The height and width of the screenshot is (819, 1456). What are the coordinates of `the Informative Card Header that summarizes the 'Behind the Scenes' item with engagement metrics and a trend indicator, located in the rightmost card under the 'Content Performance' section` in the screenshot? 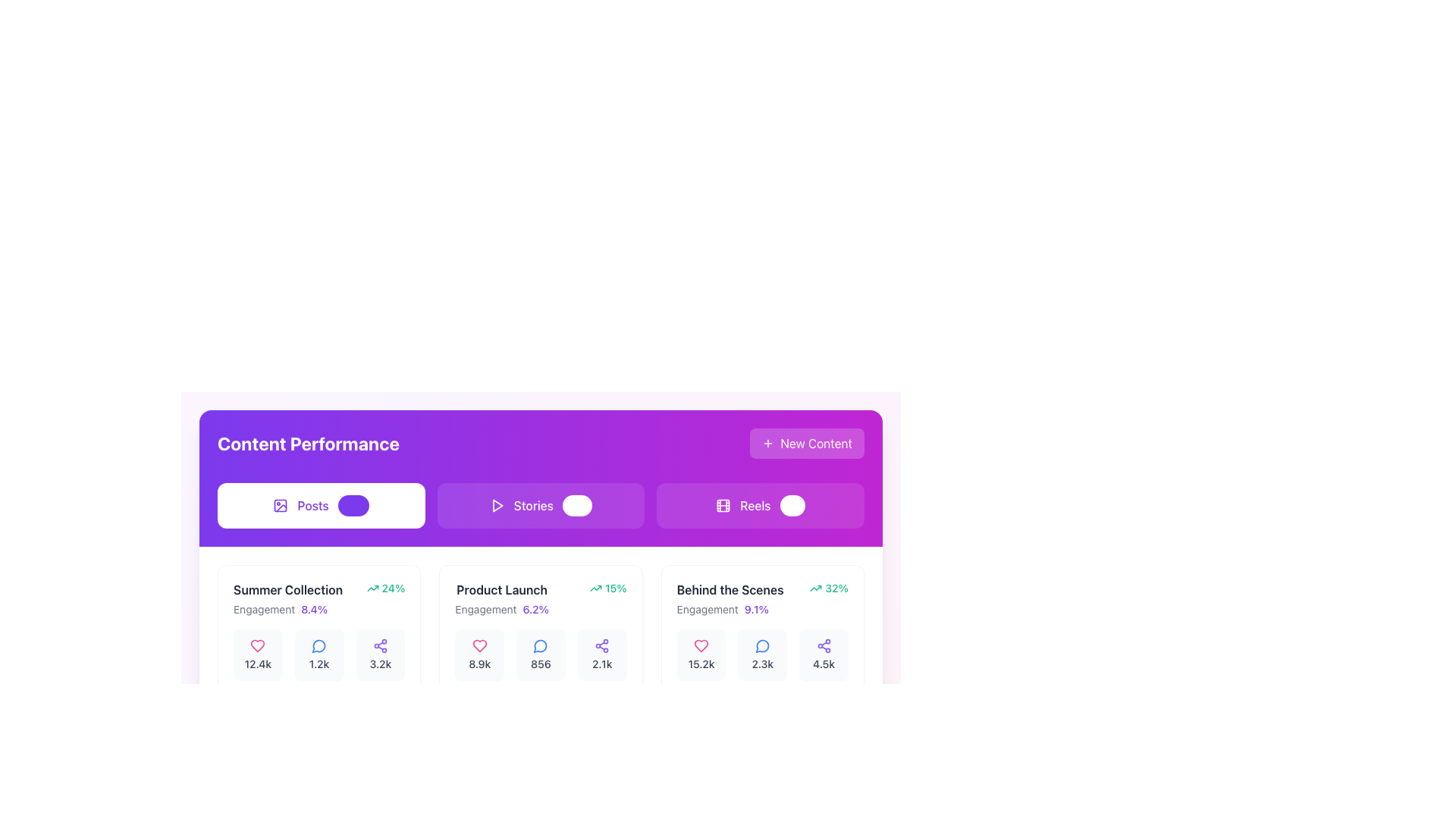 It's located at (762, 598).